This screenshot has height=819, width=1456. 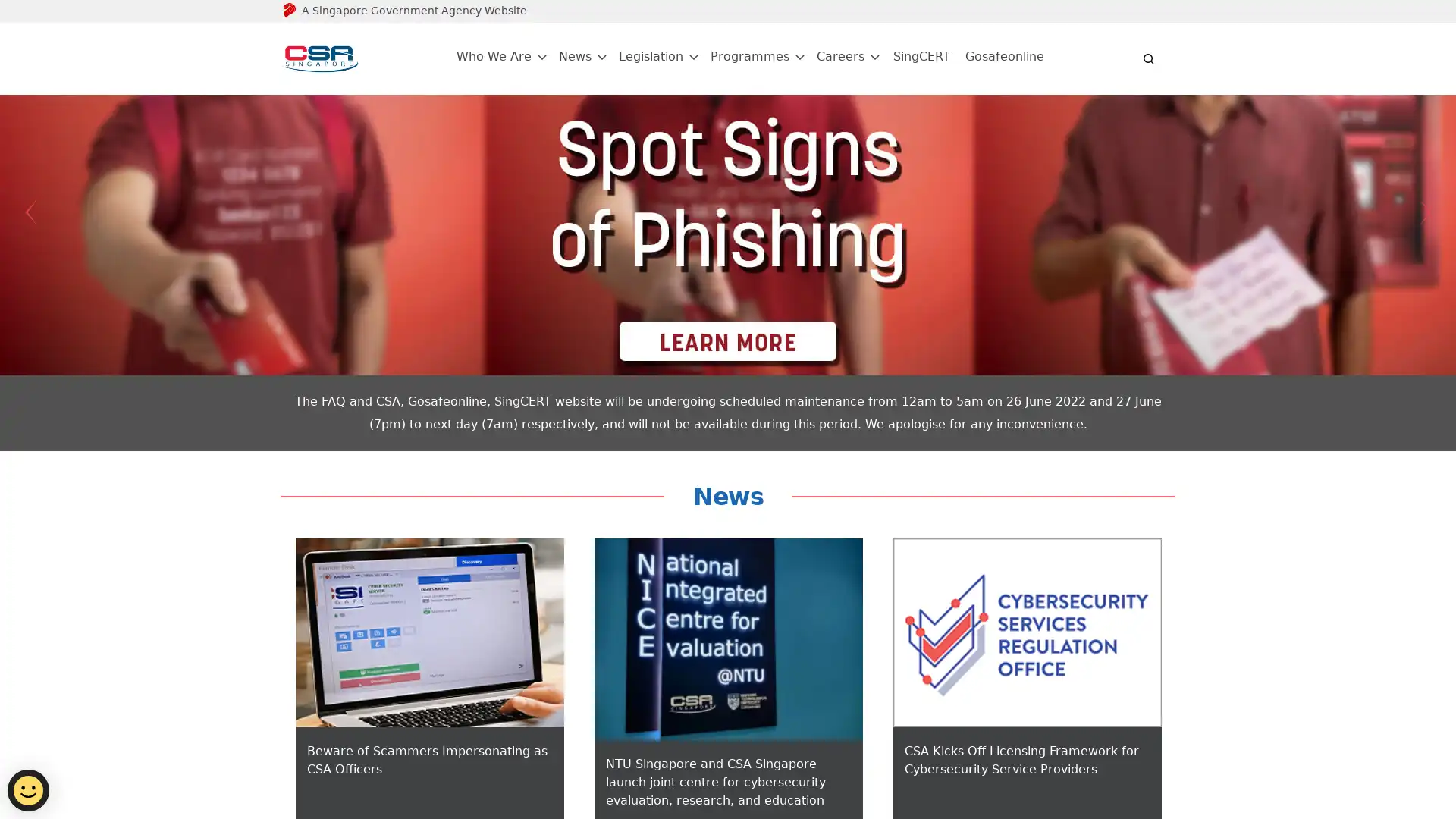 I want to click on Previous, so click(x=30, y=212).